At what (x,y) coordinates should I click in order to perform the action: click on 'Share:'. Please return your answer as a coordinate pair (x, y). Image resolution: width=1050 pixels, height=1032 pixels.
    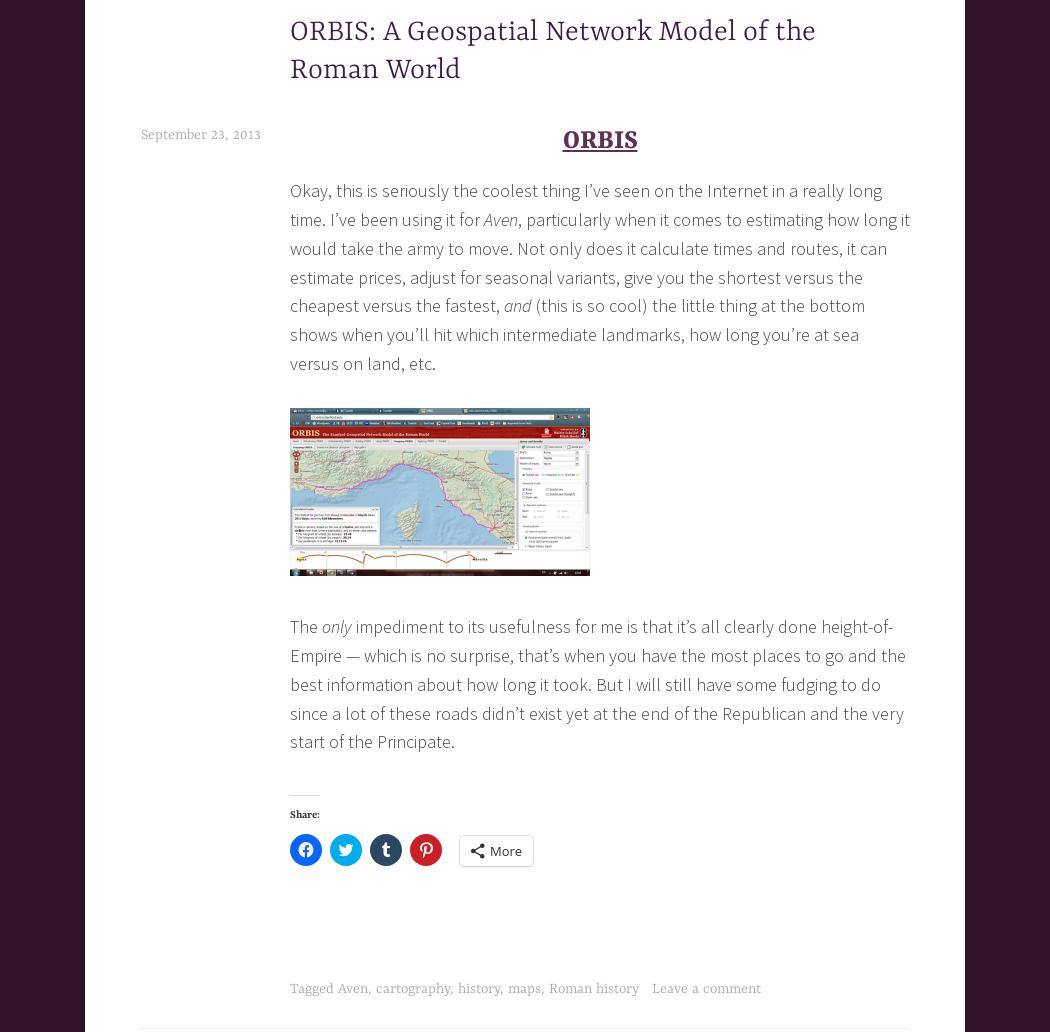
    Looking at the image, I should click on (305, 814).